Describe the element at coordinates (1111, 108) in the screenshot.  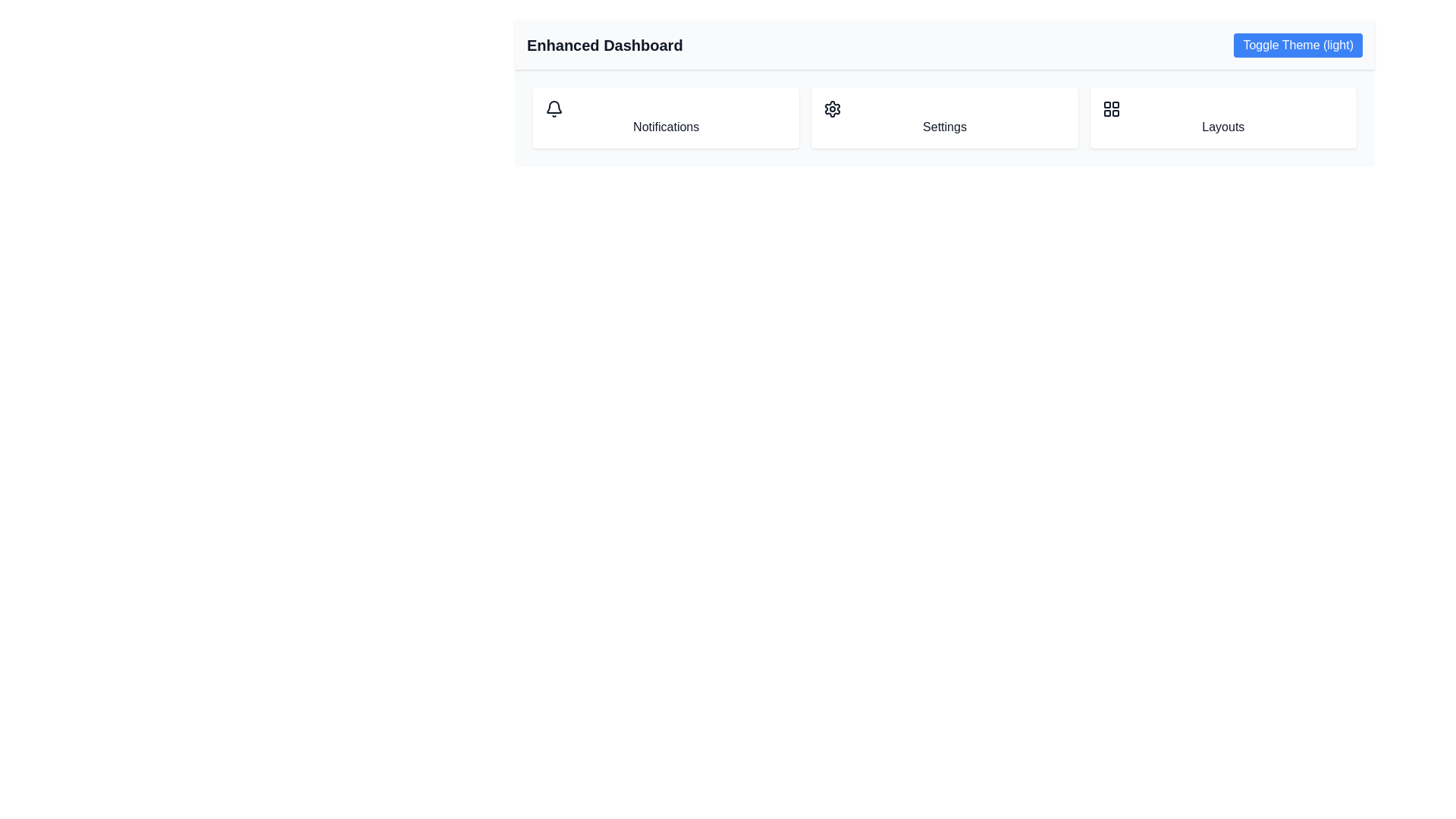
I see `the grid icon within the 'Layouts' card on the dashboard, which consists of four smaller squares arranged in a 2x2 layout` at that location.